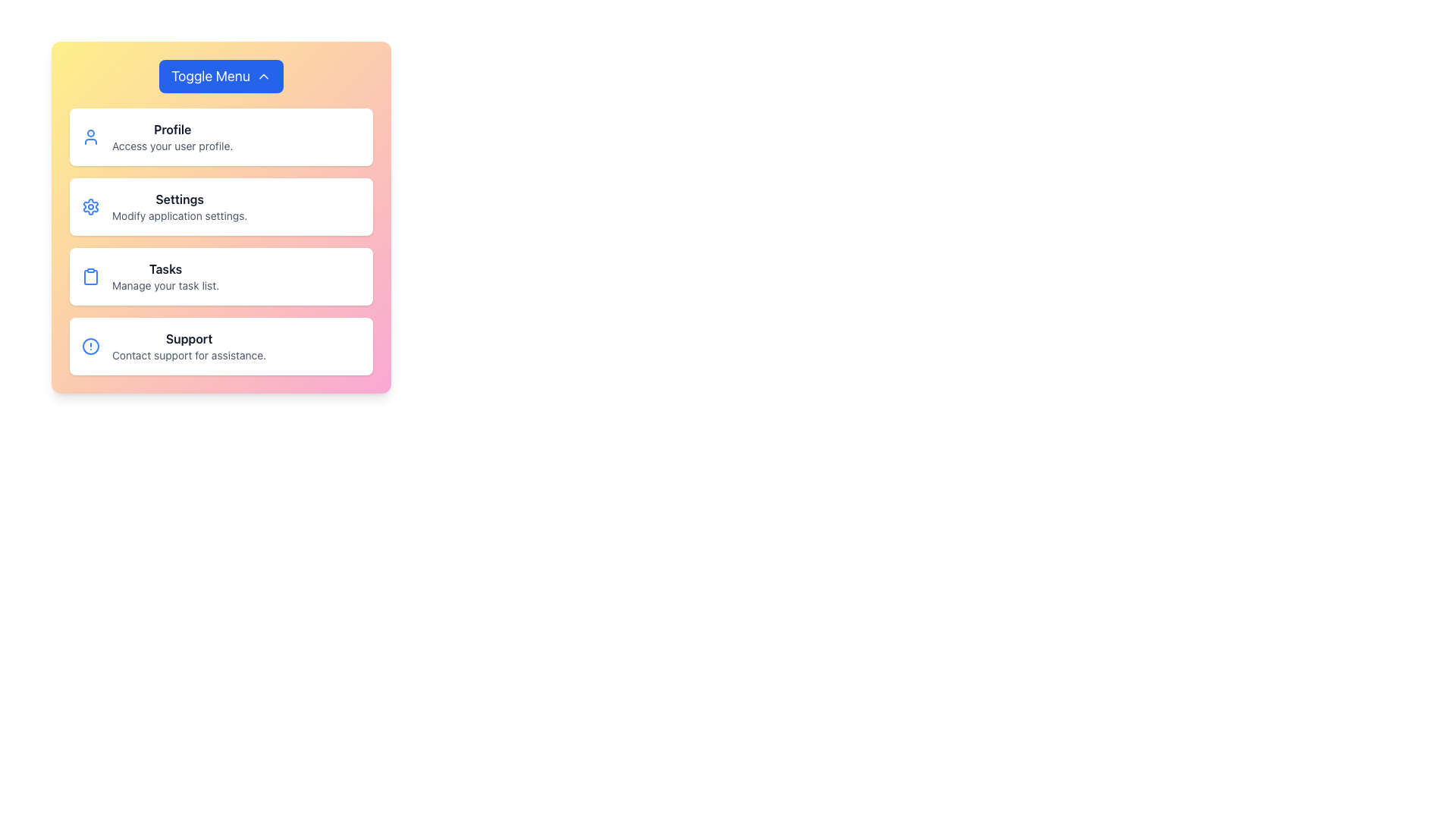  Describe the element at coordinates (165, 277) in the screenshot. I see `the information presented by the 'Tasks' label, which includes the title and subtitle text in the center of the menu items` at that location.